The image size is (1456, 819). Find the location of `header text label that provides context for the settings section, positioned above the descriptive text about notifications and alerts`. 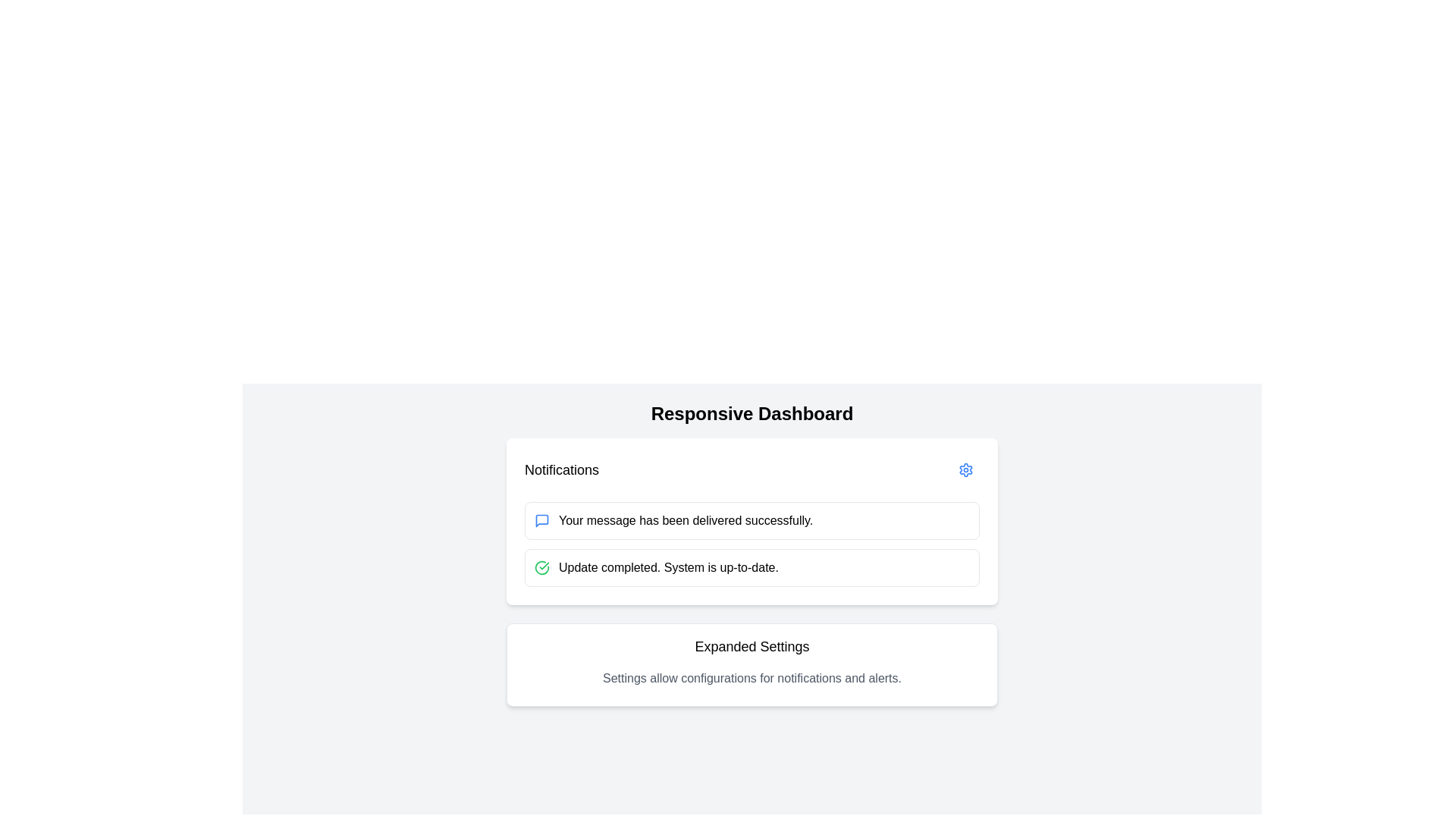

header text label that provides context for the settings section, positioned above the descriptive text about notifications and alerts is located at coordinates (752, 646).